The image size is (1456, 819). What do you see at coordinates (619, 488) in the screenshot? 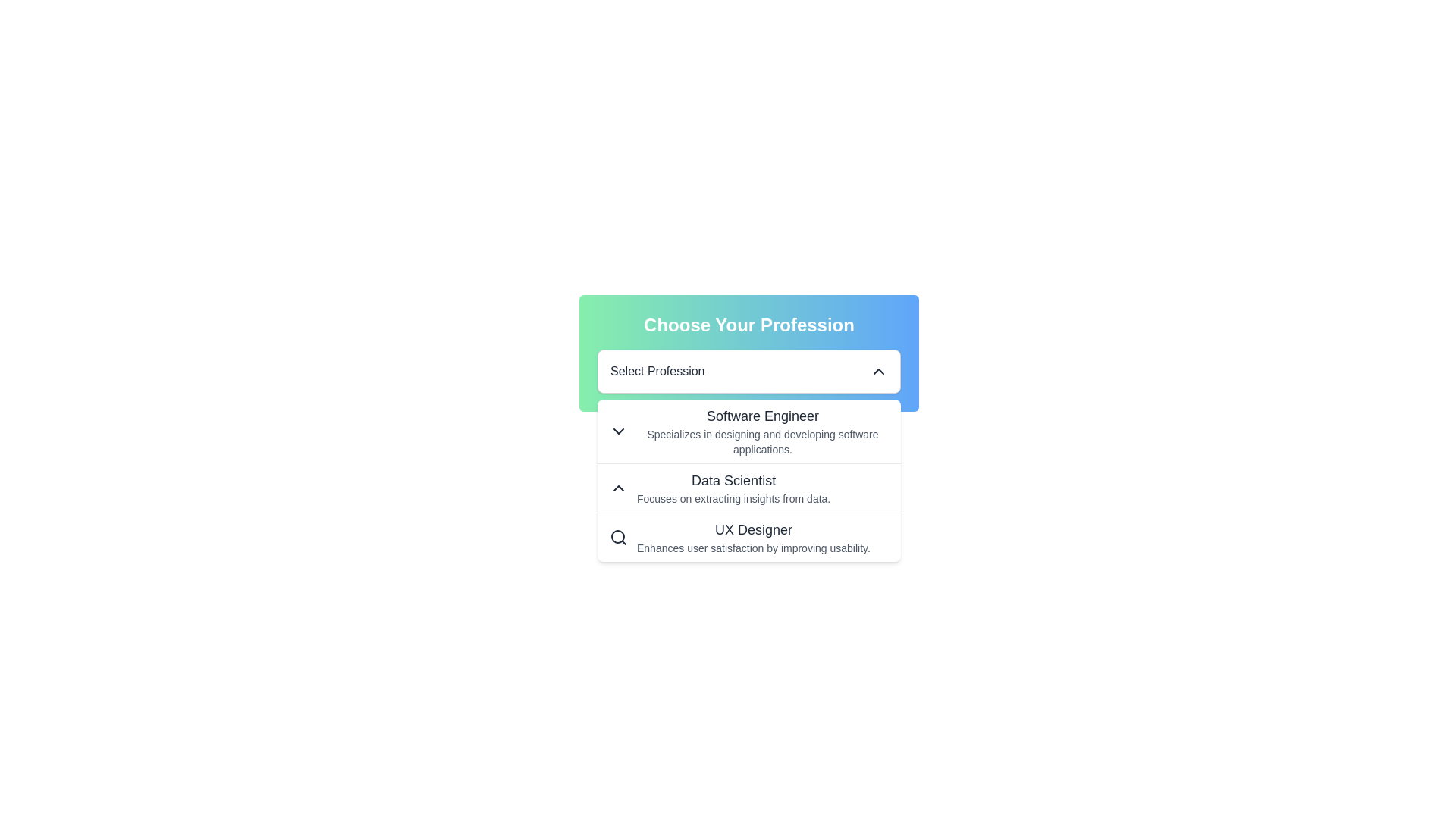
I see `the upward-pointing chevron icon with a black outline, located to the left of the 'Data Scientist' label` at bounding box center [619, 488].